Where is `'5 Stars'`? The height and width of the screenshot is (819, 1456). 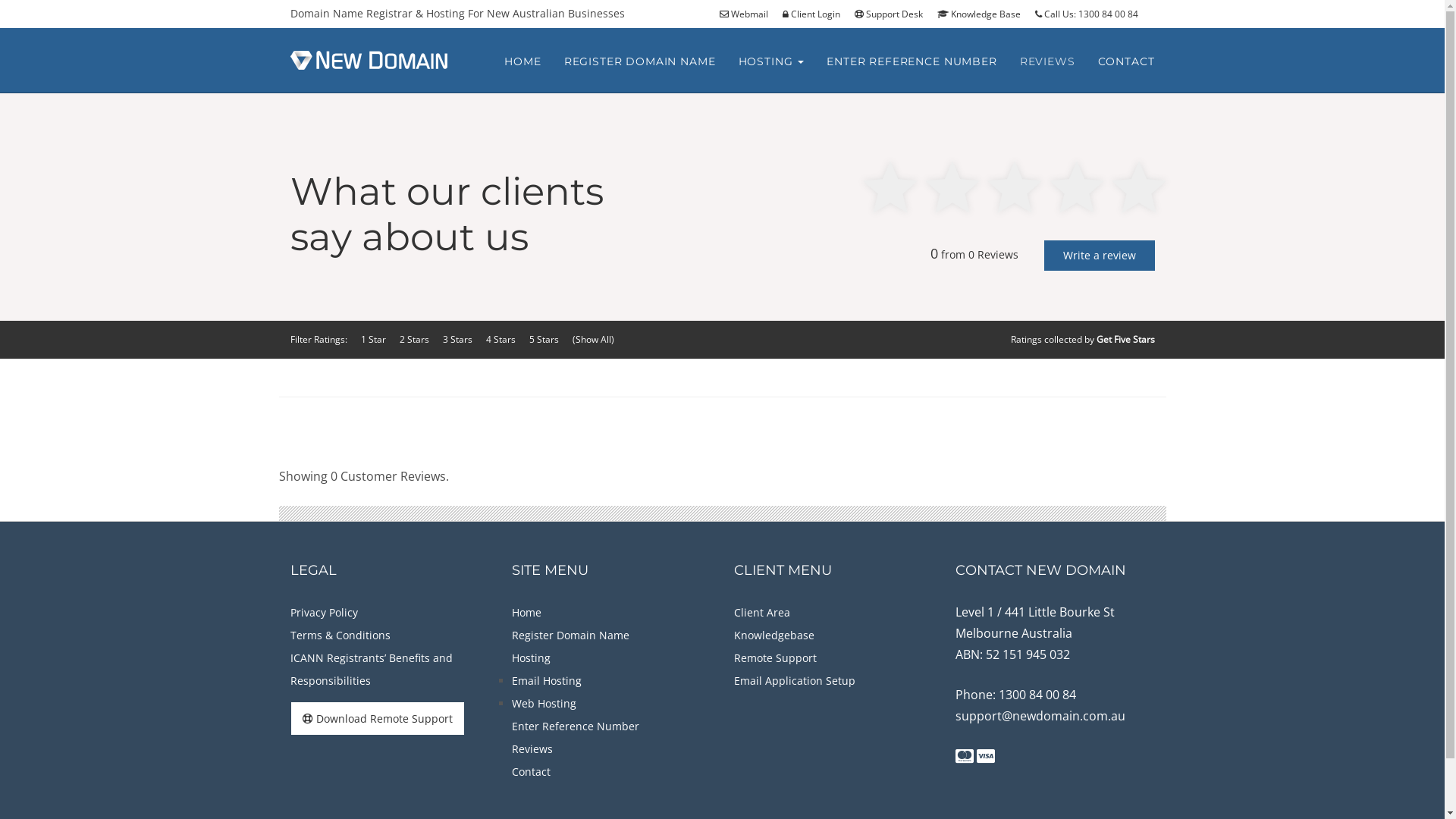 '5 Stars' is located at coordinates (544, 338).